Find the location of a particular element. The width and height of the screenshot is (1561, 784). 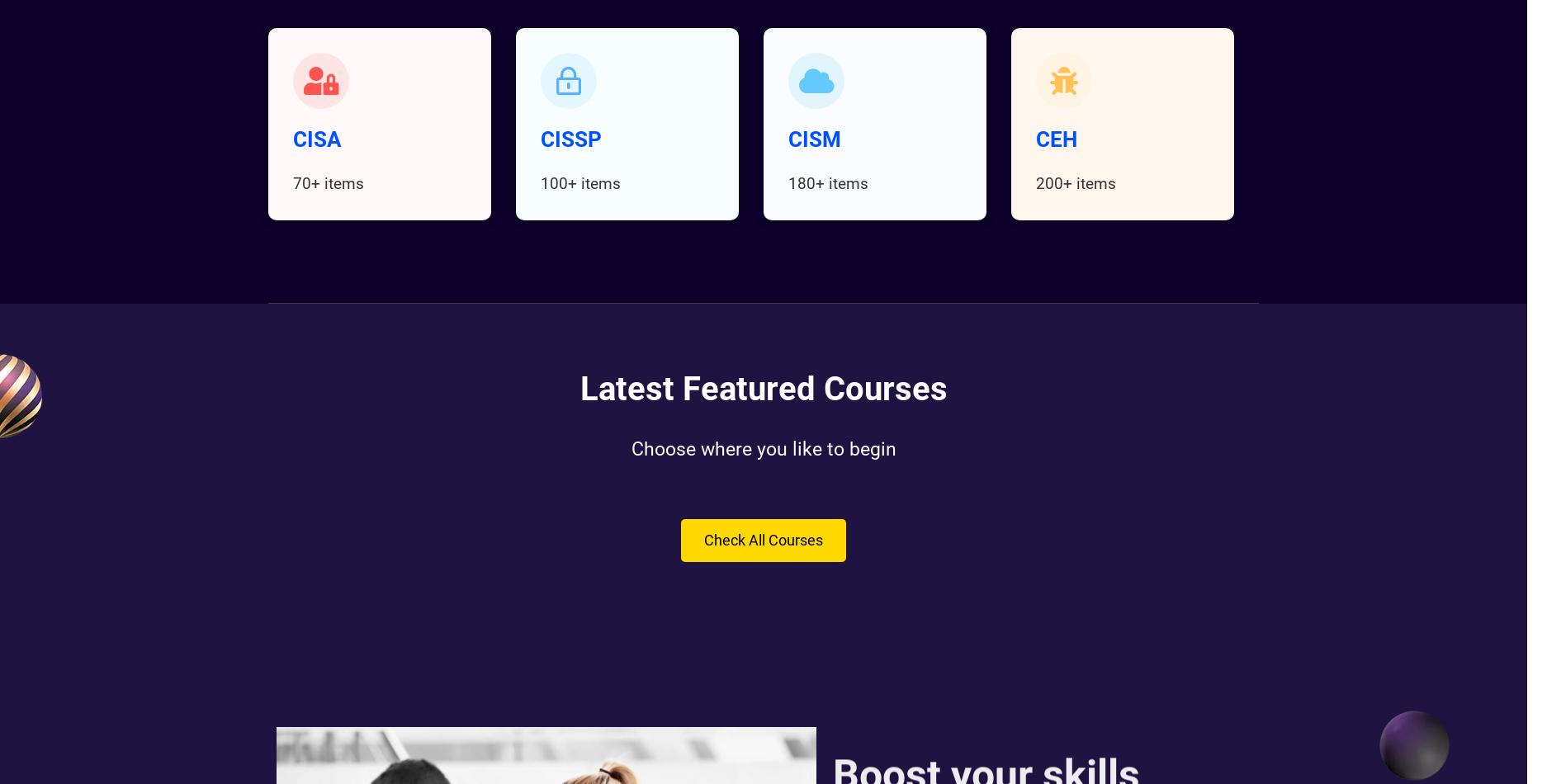

'Choose where you like to begin' is located at coordinates (763, 449).